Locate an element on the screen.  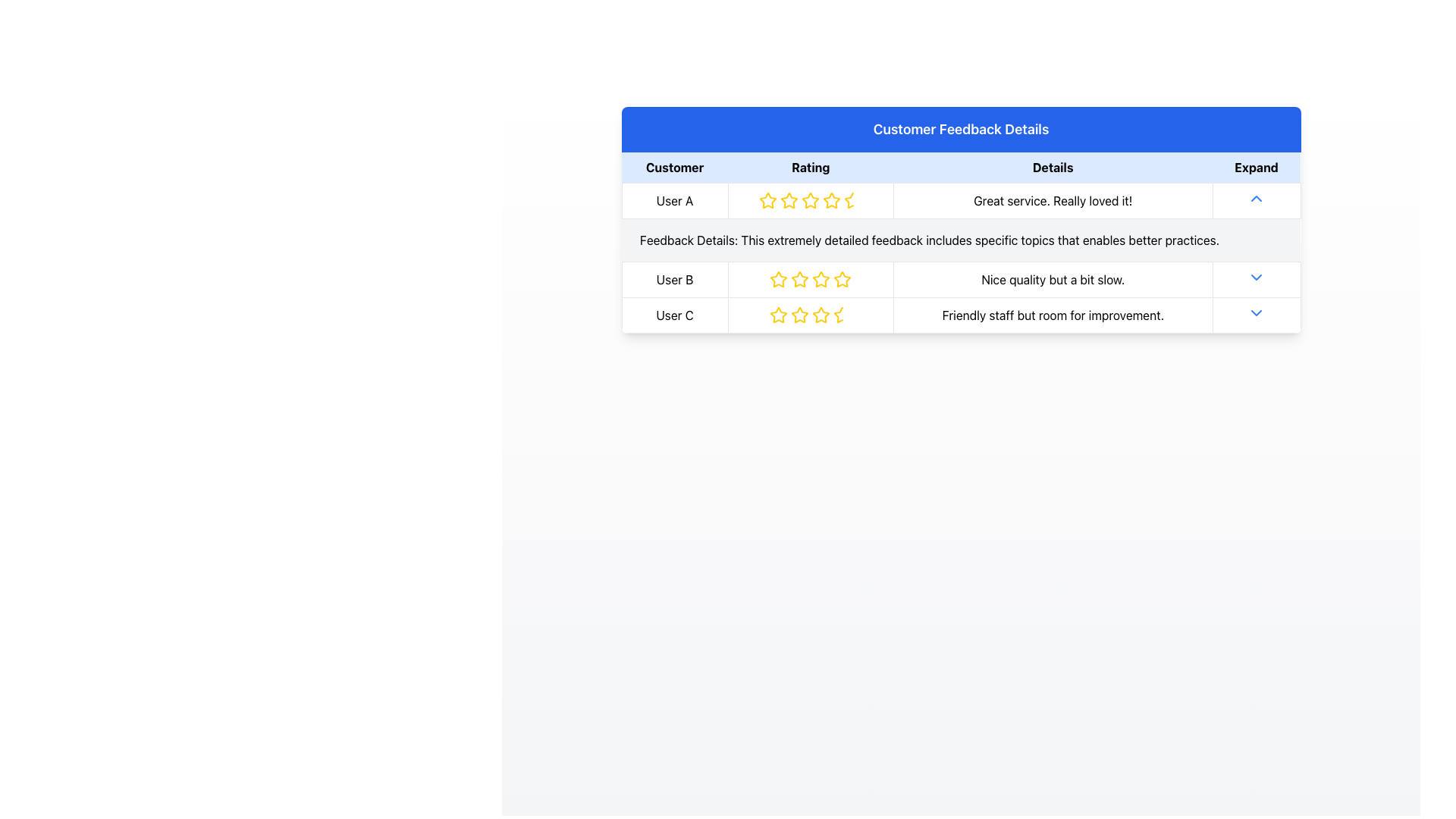
the 'Customer Feedback Details' text header, which is prominently displayed in white bold text on a blue background at the top of the feedback section is located at coordinates (960, 128).